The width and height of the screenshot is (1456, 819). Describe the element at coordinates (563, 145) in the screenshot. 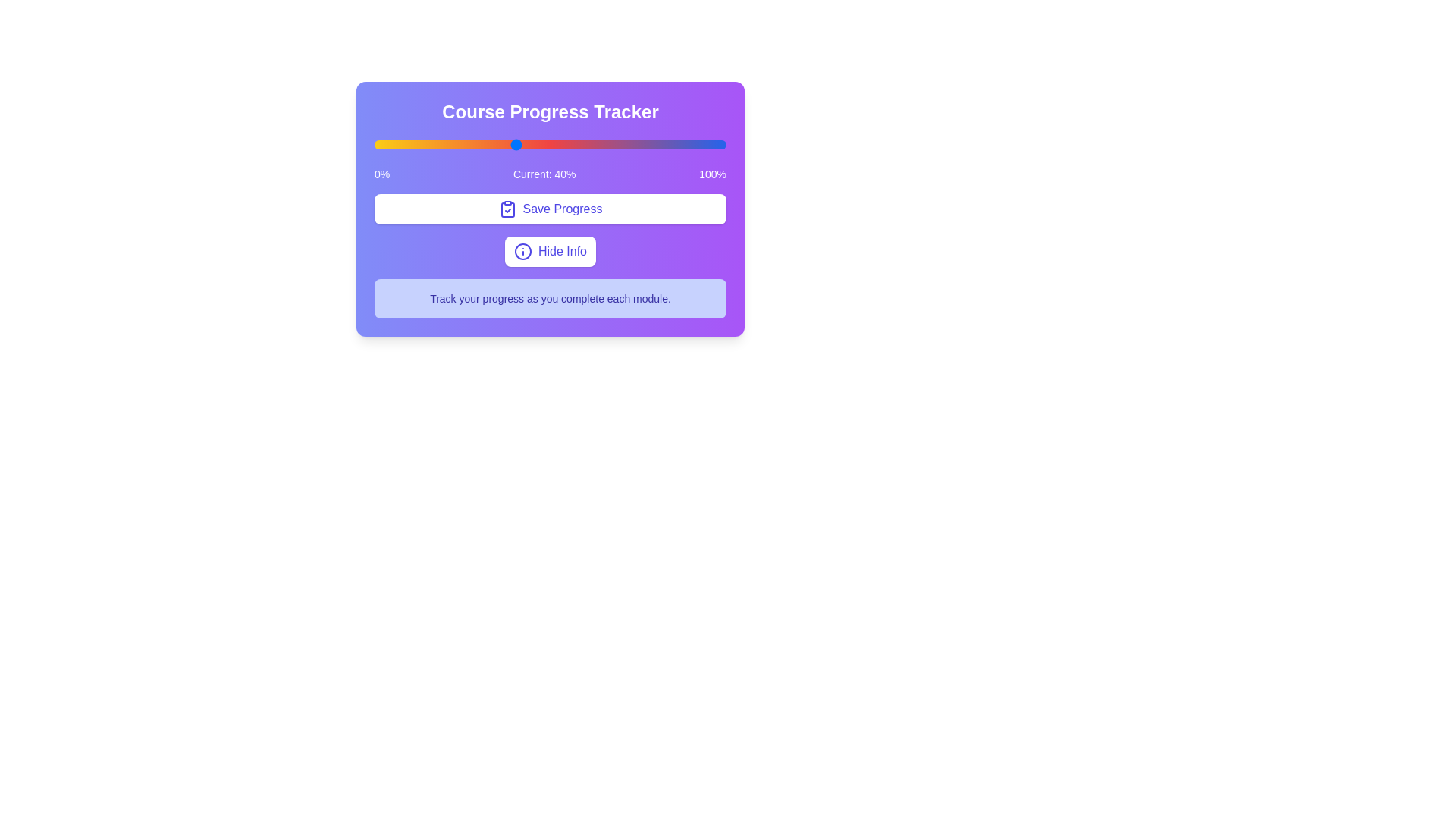

I see `the course progress` at that location.